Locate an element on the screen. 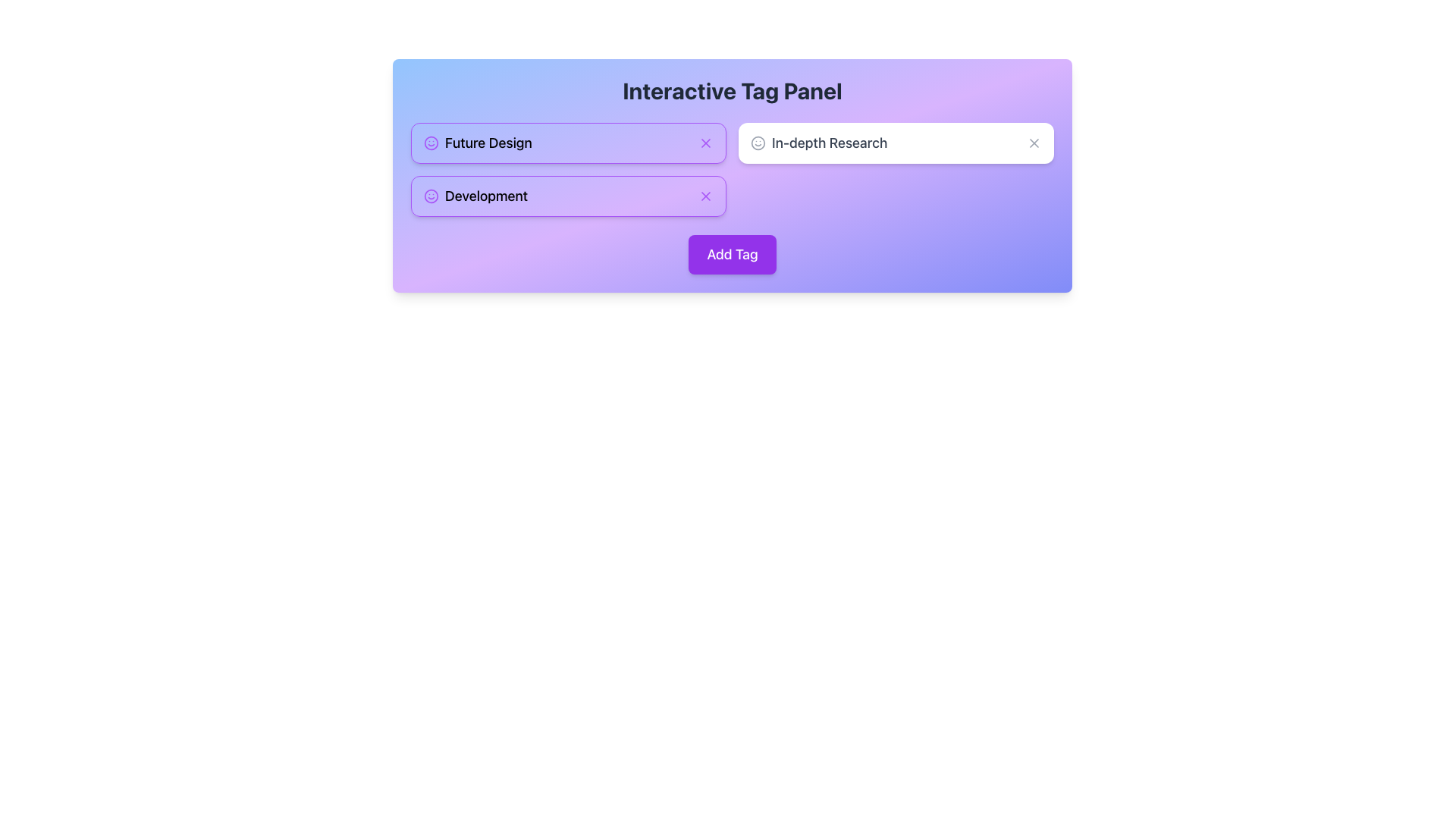 Image resolution: width=1456 pixels, height=819 pixels. the text label indicating the name or label of a tag, located between a purple smiley icon and a close button within a vertical list of tags is located at coordinates (488, 143).